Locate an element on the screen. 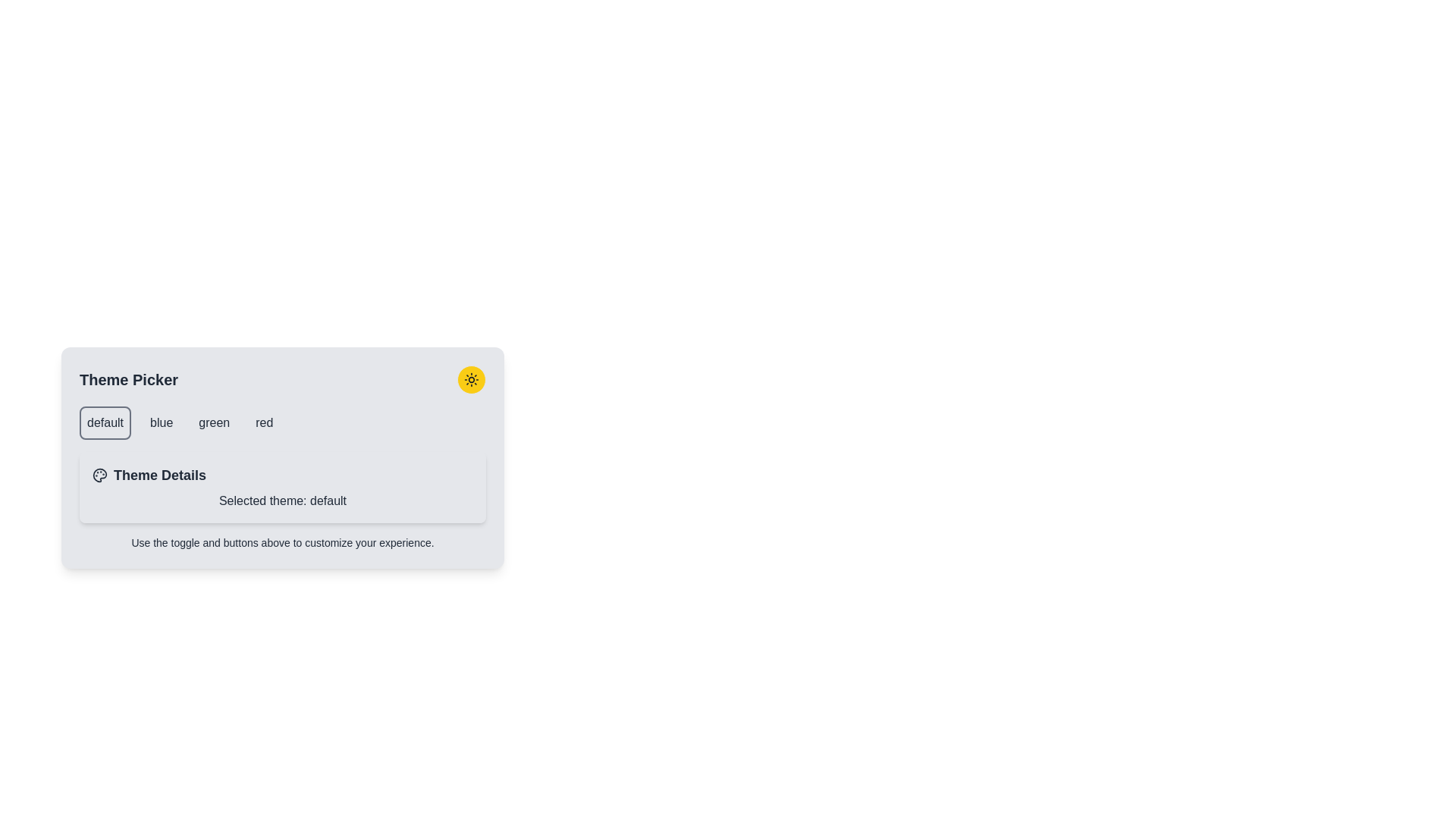  the theme-related icon located at the center of the button in the top-right corner of the card is located at coordinates (471, 379).